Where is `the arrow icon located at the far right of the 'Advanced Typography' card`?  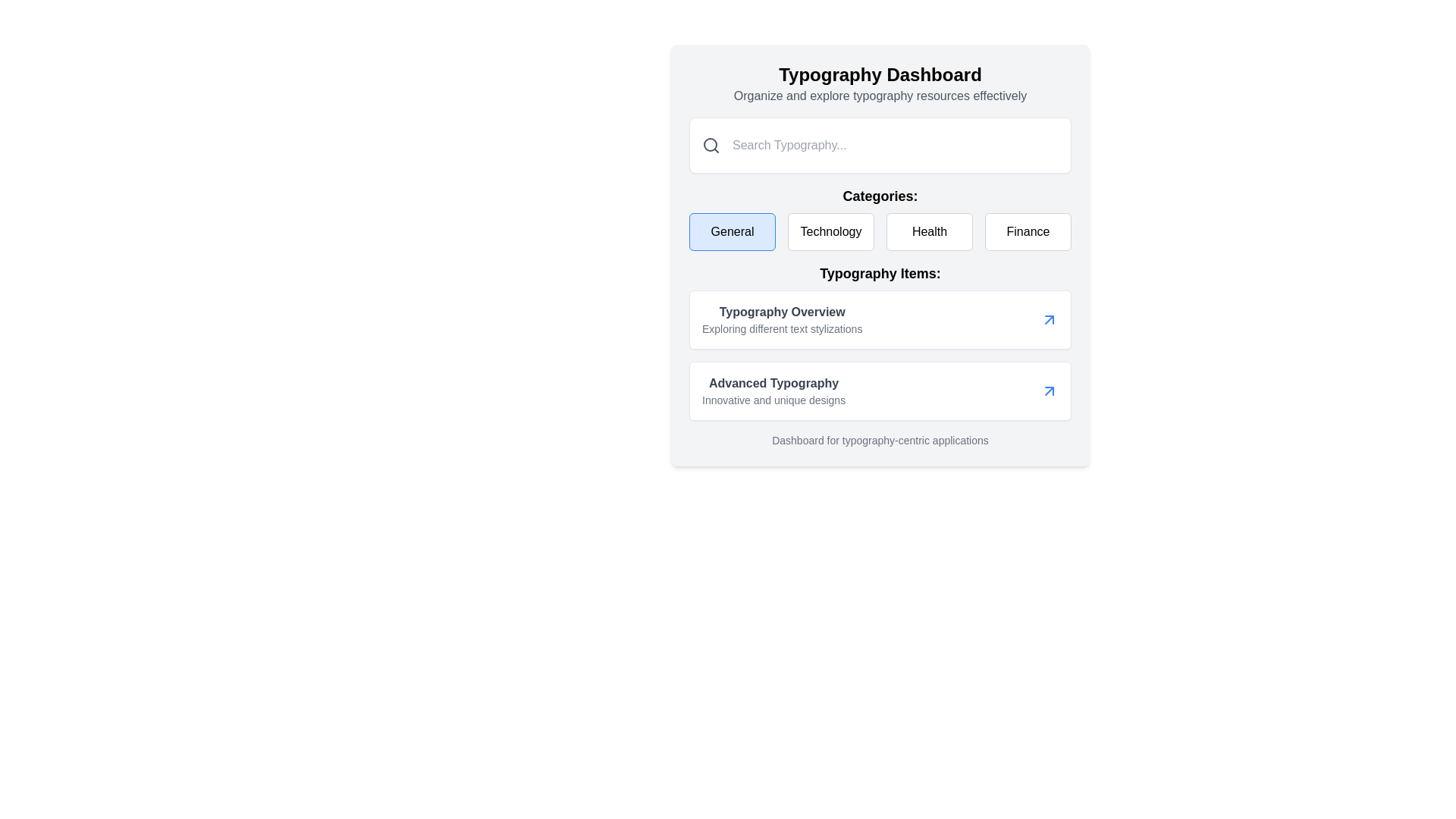 the arrow icon located at the far right of the 'Advanced Typography' card is located at coordinates (1048, 391).